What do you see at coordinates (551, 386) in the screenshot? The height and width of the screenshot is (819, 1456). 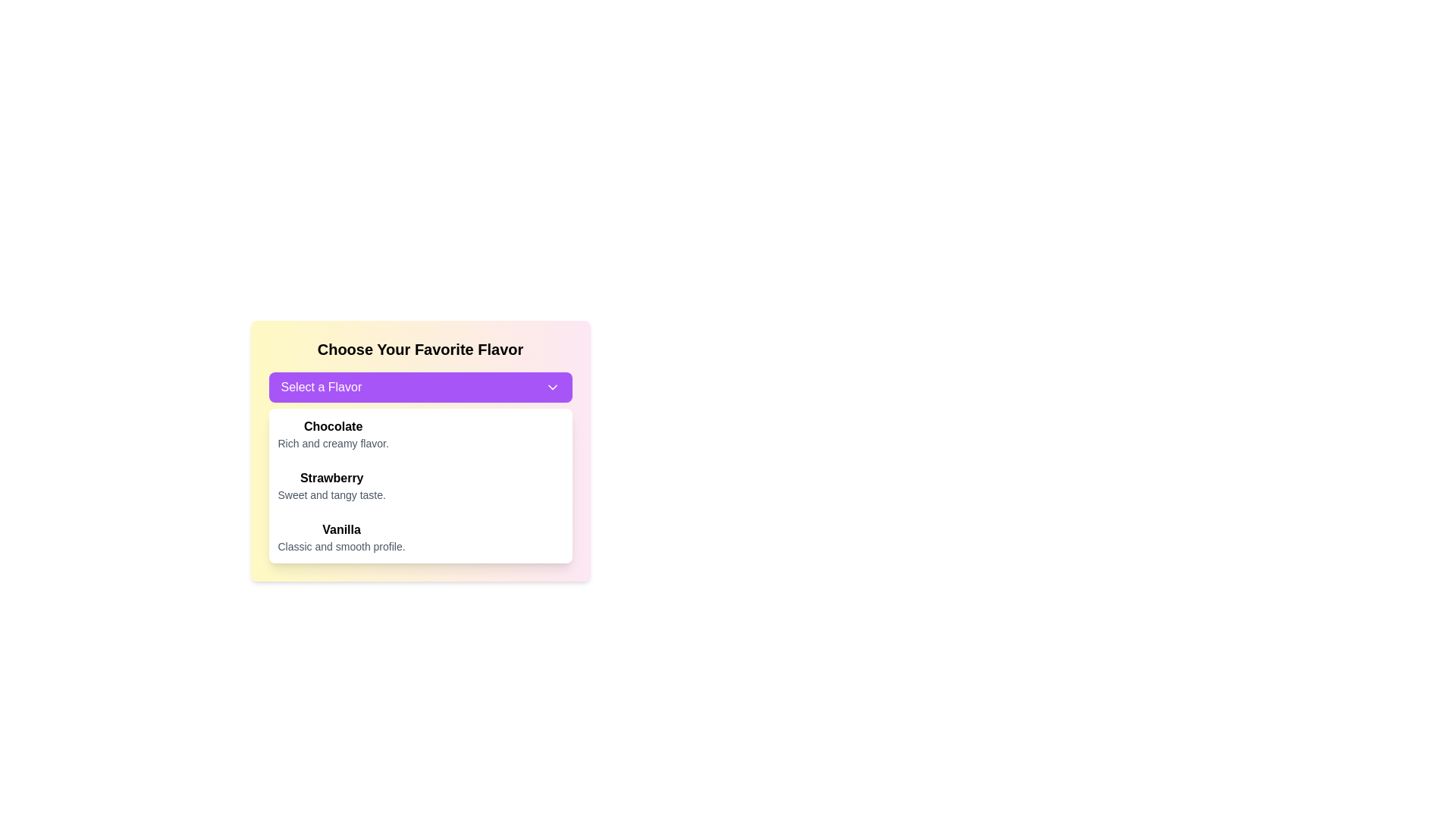 I see `the dropdown indicator icon located at the right end of the 'Select a Flavor' dropdown button` at bounding box center [551, 386].